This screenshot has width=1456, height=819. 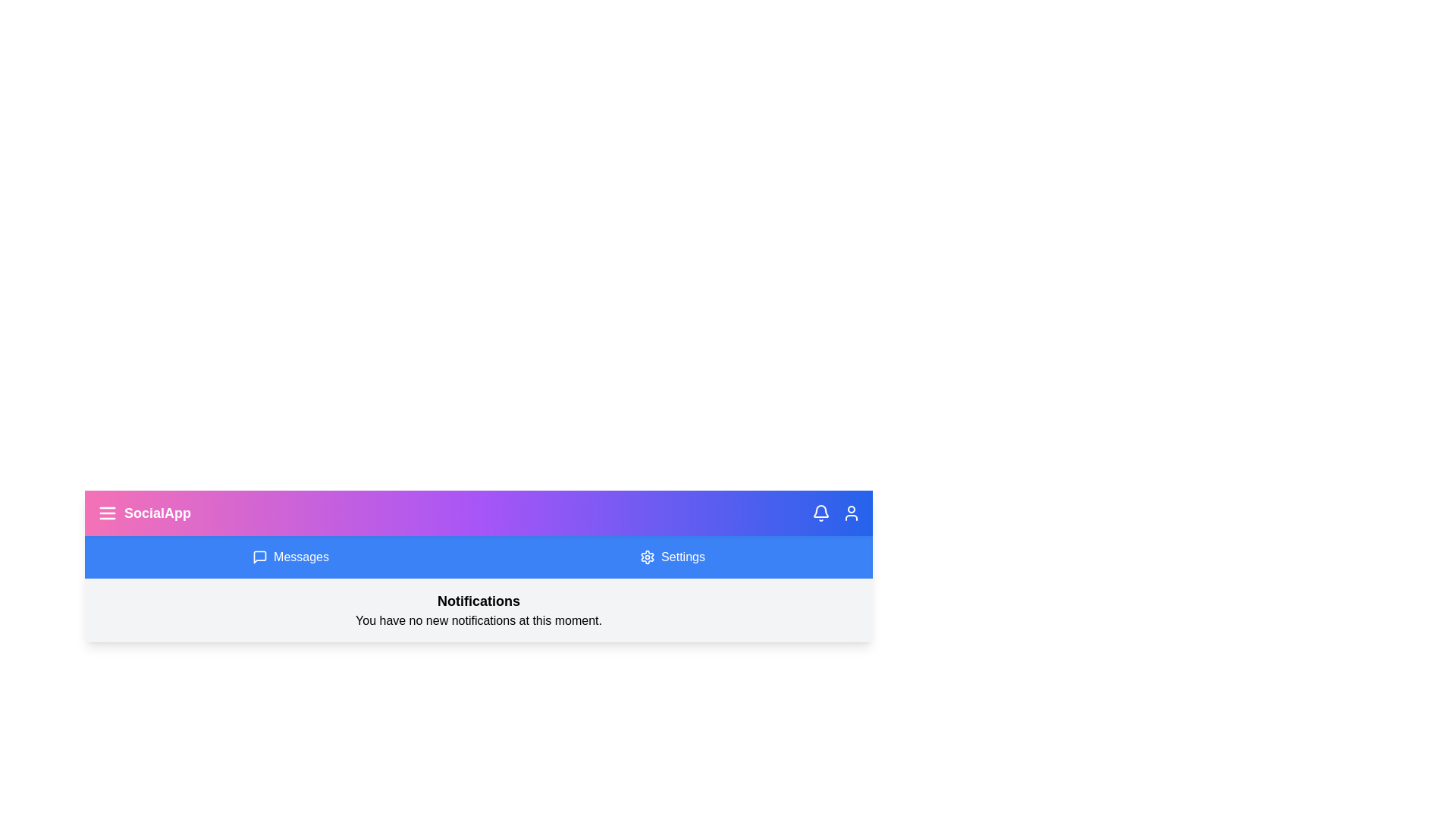 What do you see at coordinates (821, 513) in the screenshot?
I see `the icon to trigger tooltip or visual feedback for bell` at bounding box center [821, 513].